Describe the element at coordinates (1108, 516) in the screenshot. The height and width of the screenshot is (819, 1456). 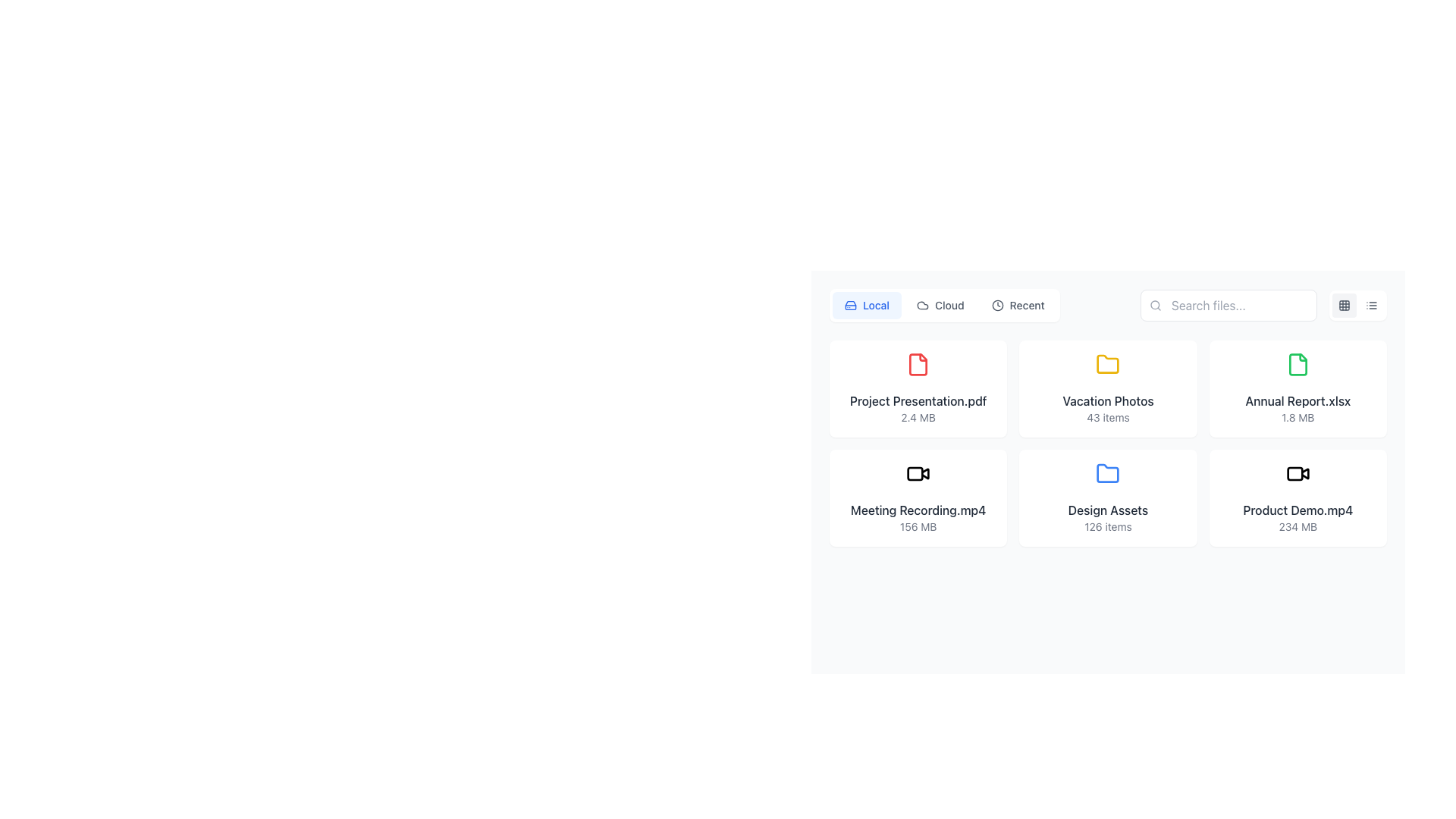
I see `the text label and information display for the folder named 'Design Assets', which is centrally` at that location.